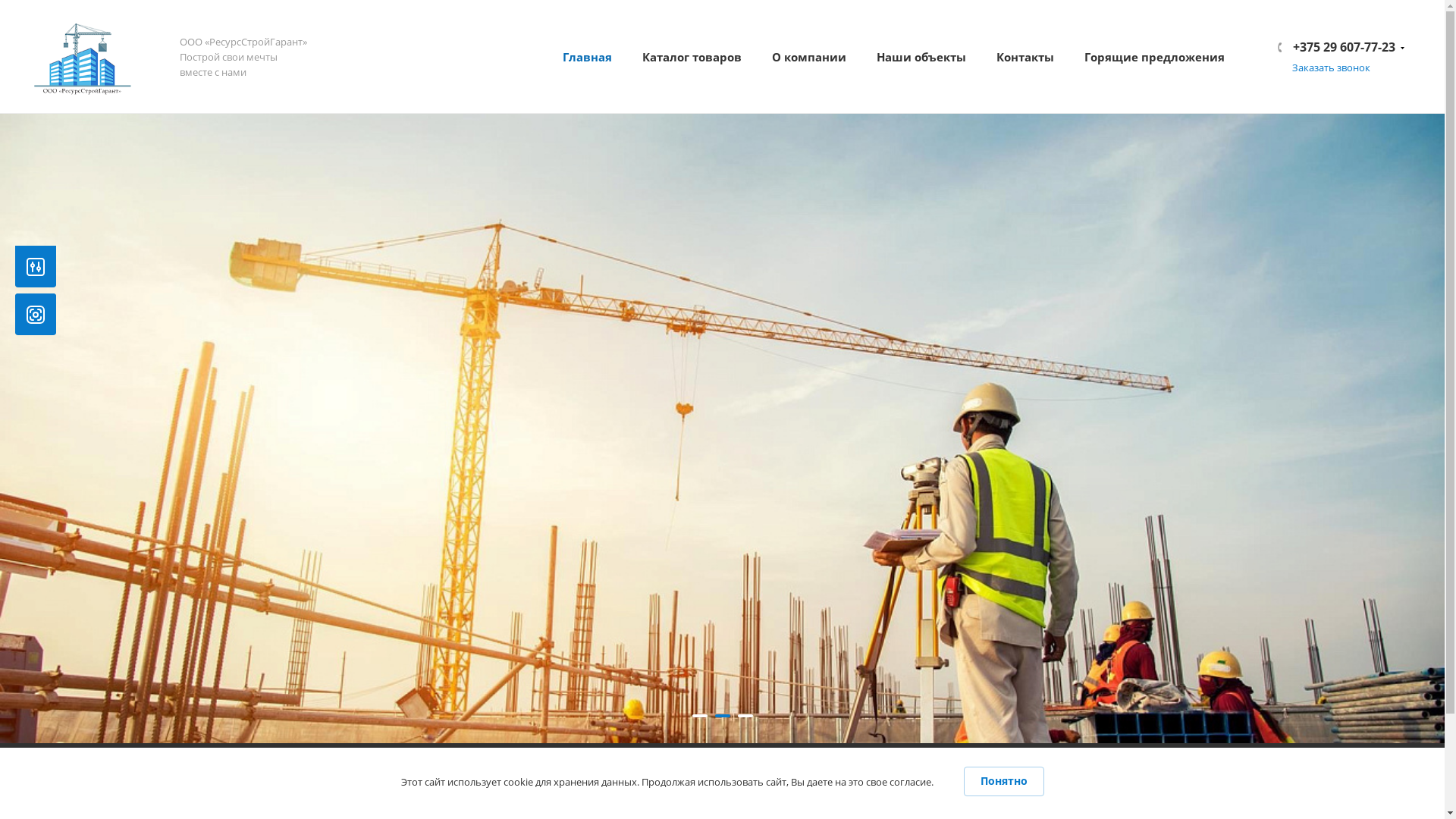  What do you see at coordinates (745, 716) in the screenshot?
I see `'3'` at bounding box center [745, 716].